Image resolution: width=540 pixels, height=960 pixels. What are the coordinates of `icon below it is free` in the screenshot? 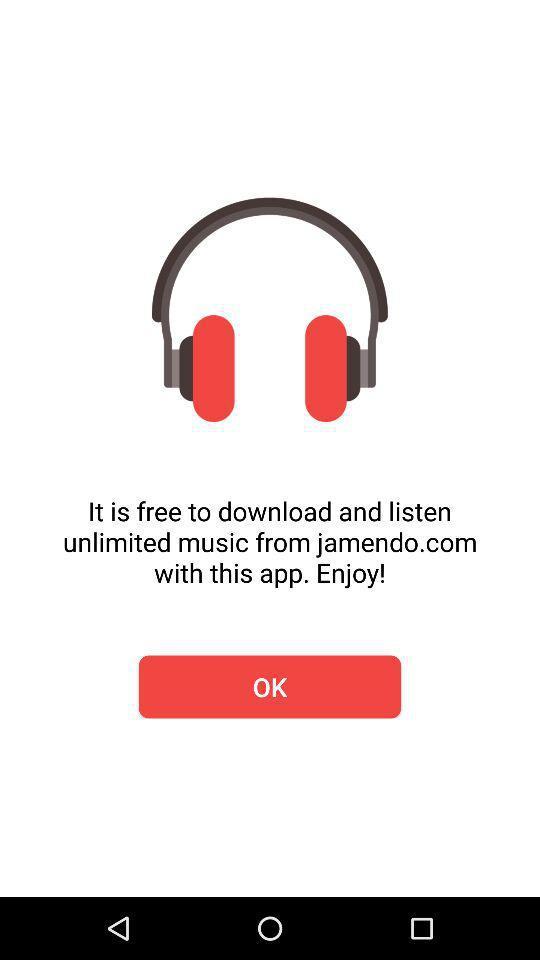 It's located at (270, 686).